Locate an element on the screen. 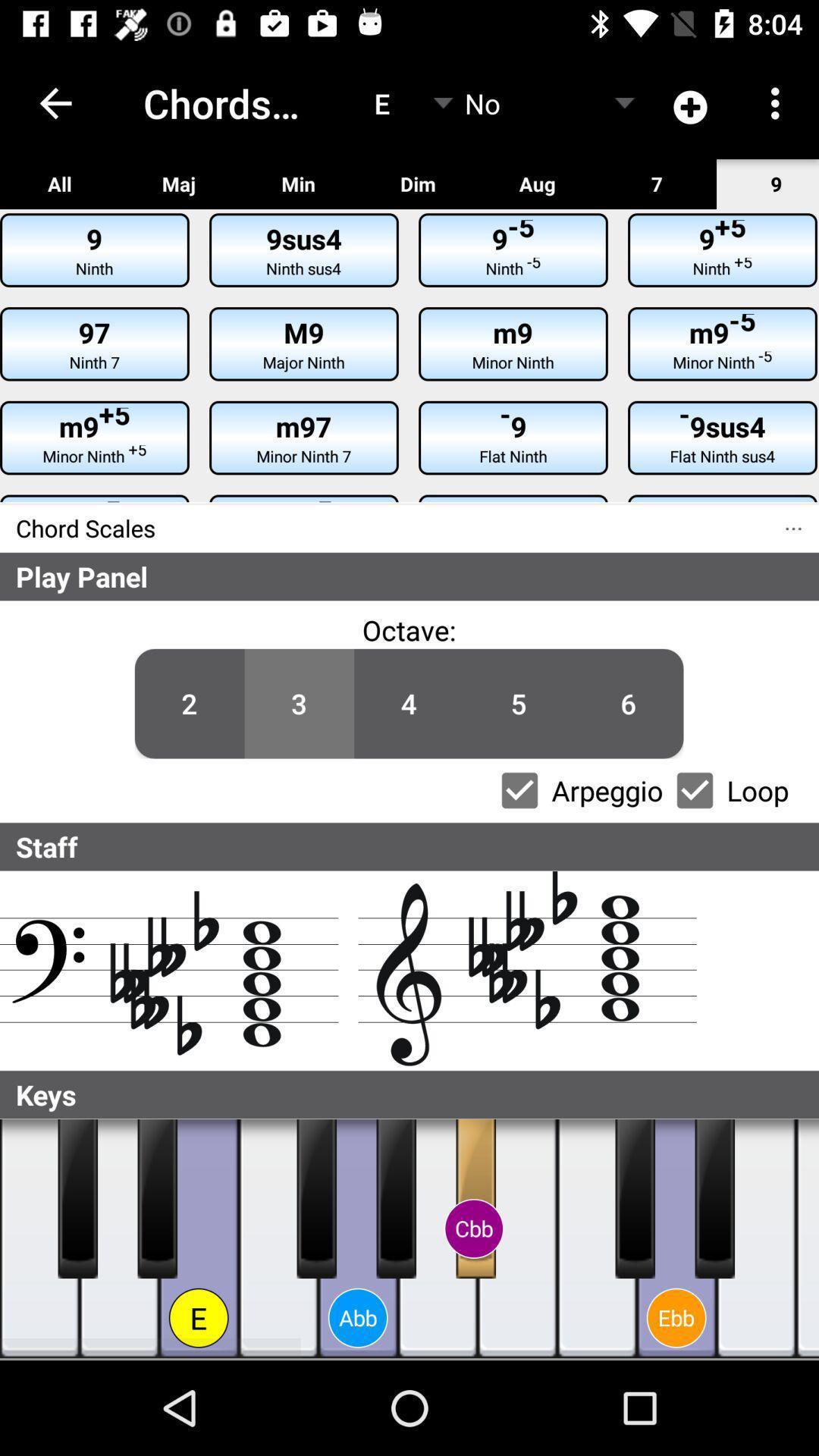  press piano key is located at coordinates (39, 1238).